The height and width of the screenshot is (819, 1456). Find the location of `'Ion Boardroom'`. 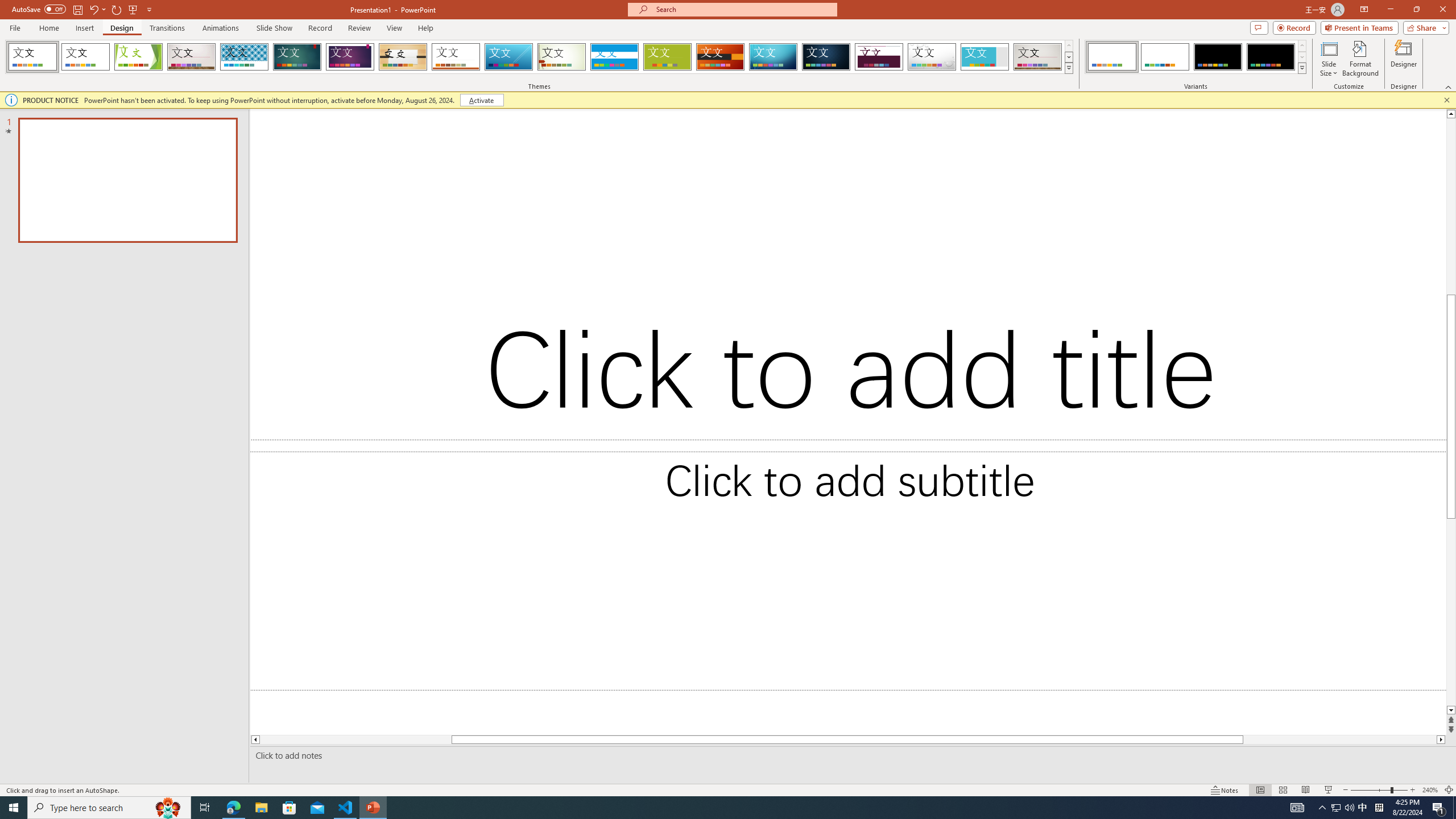

'Ion Boardroom' is located at coordinates (350, 56).